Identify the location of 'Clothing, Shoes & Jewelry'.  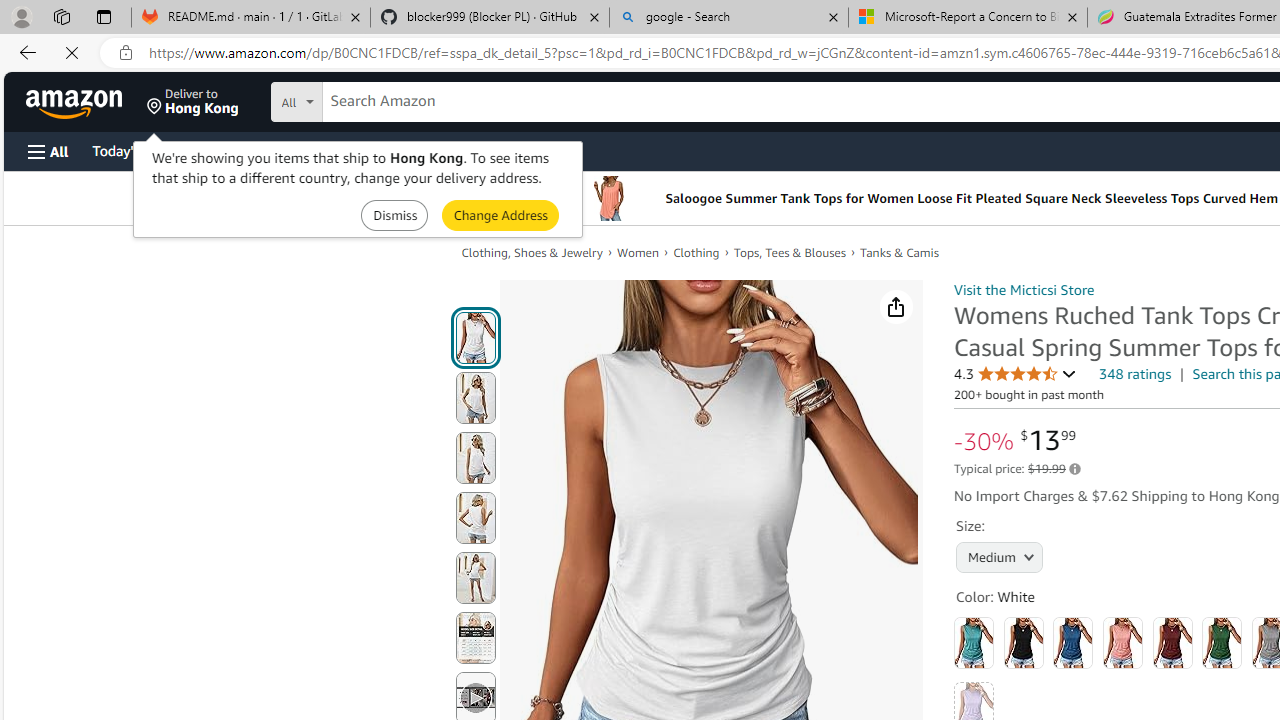
(539, 252).